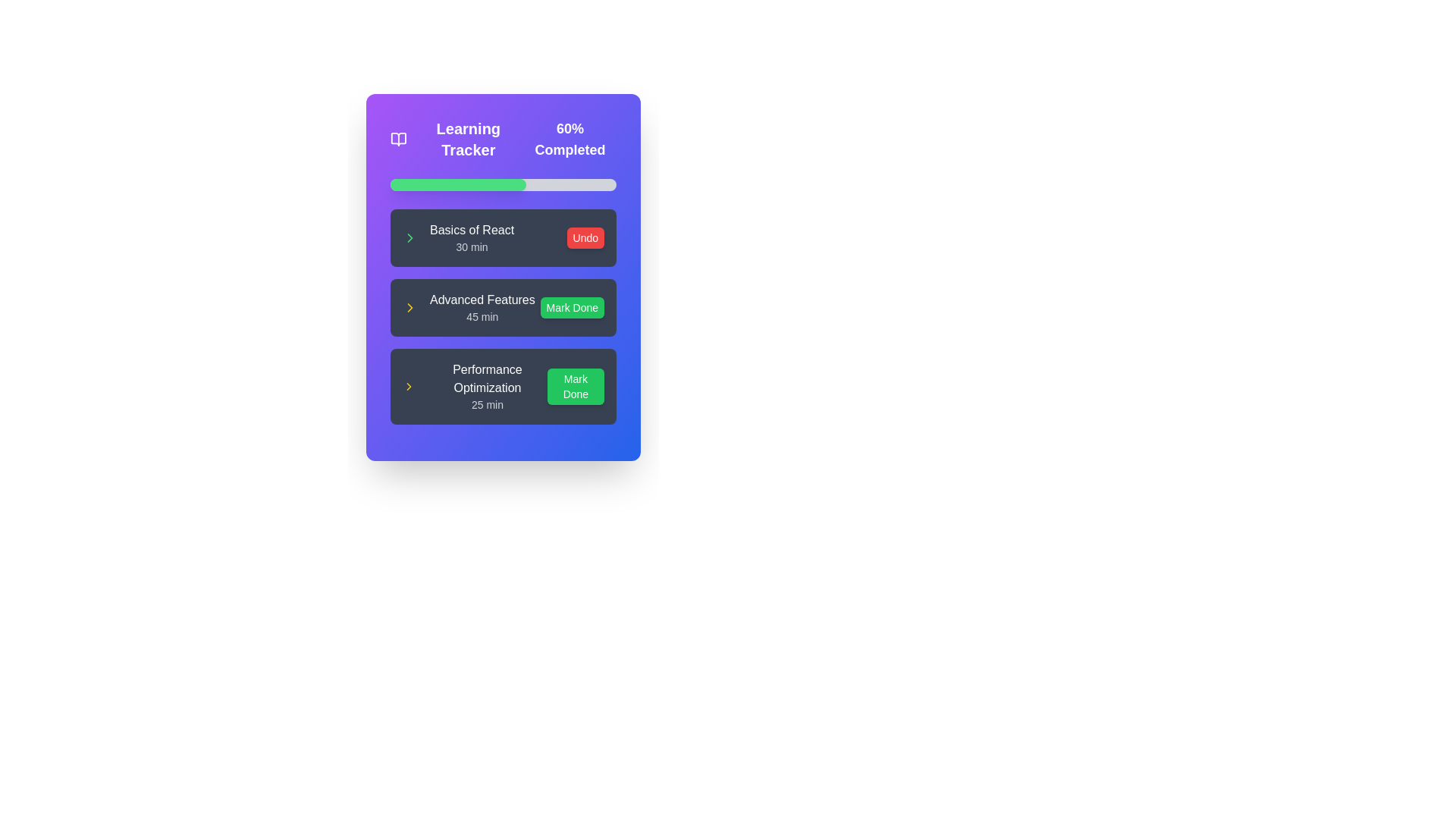 Image resolution: width=1456 pixels, height=819 pixels. What do you see at coordinates (585, 237) in the screenshot?
I see `the 'Undo' button, which is a medium-sized, rounded rectangular button with a red background, located on the far right of the entry titled 'Basics of React'` at bounding box center [585, 237].